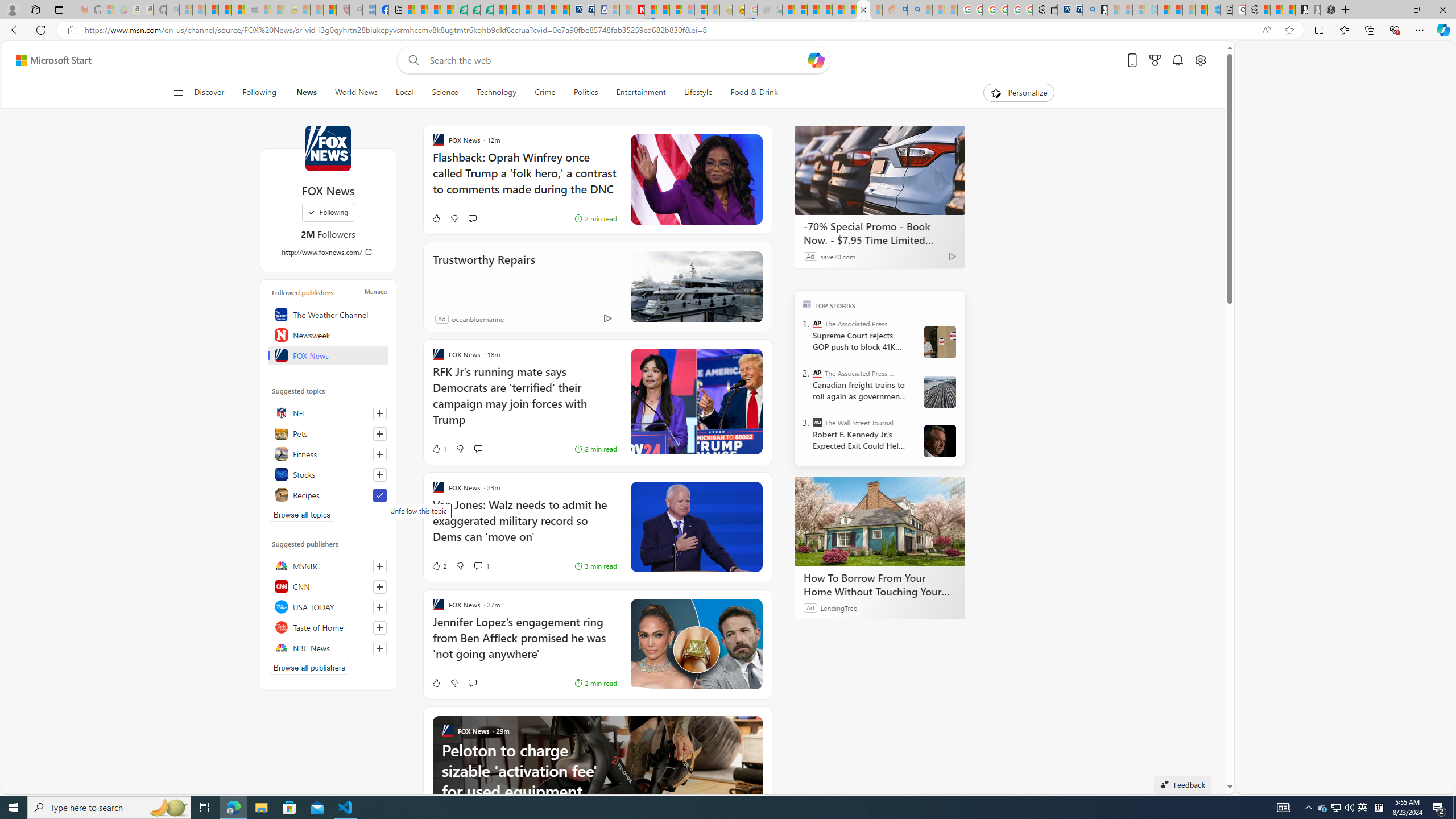 Image resolution: width=1456 pixels, height=819 pixels. What do you see at coordinates (617, 59) in the screenshot?
I see `'Enter your search term'` at bounding box center [617, 59].